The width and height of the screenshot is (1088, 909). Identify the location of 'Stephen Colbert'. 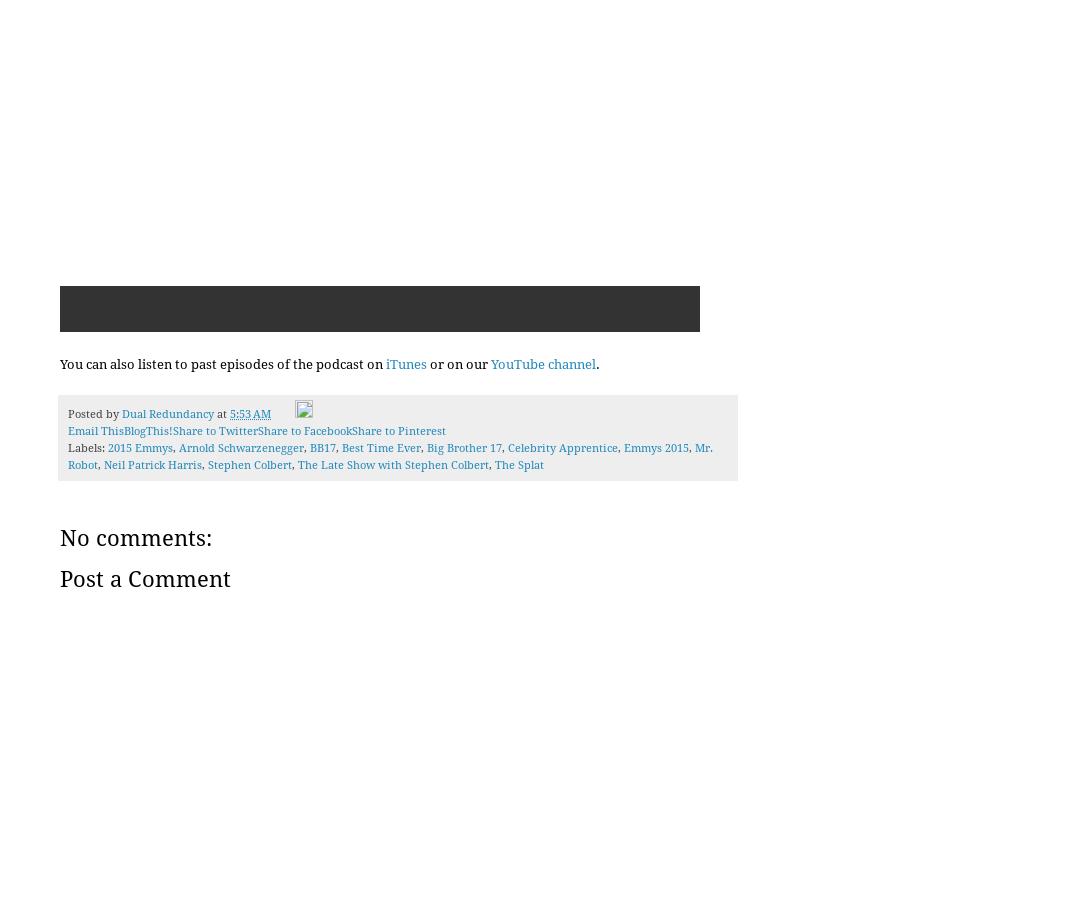
(207, 465).